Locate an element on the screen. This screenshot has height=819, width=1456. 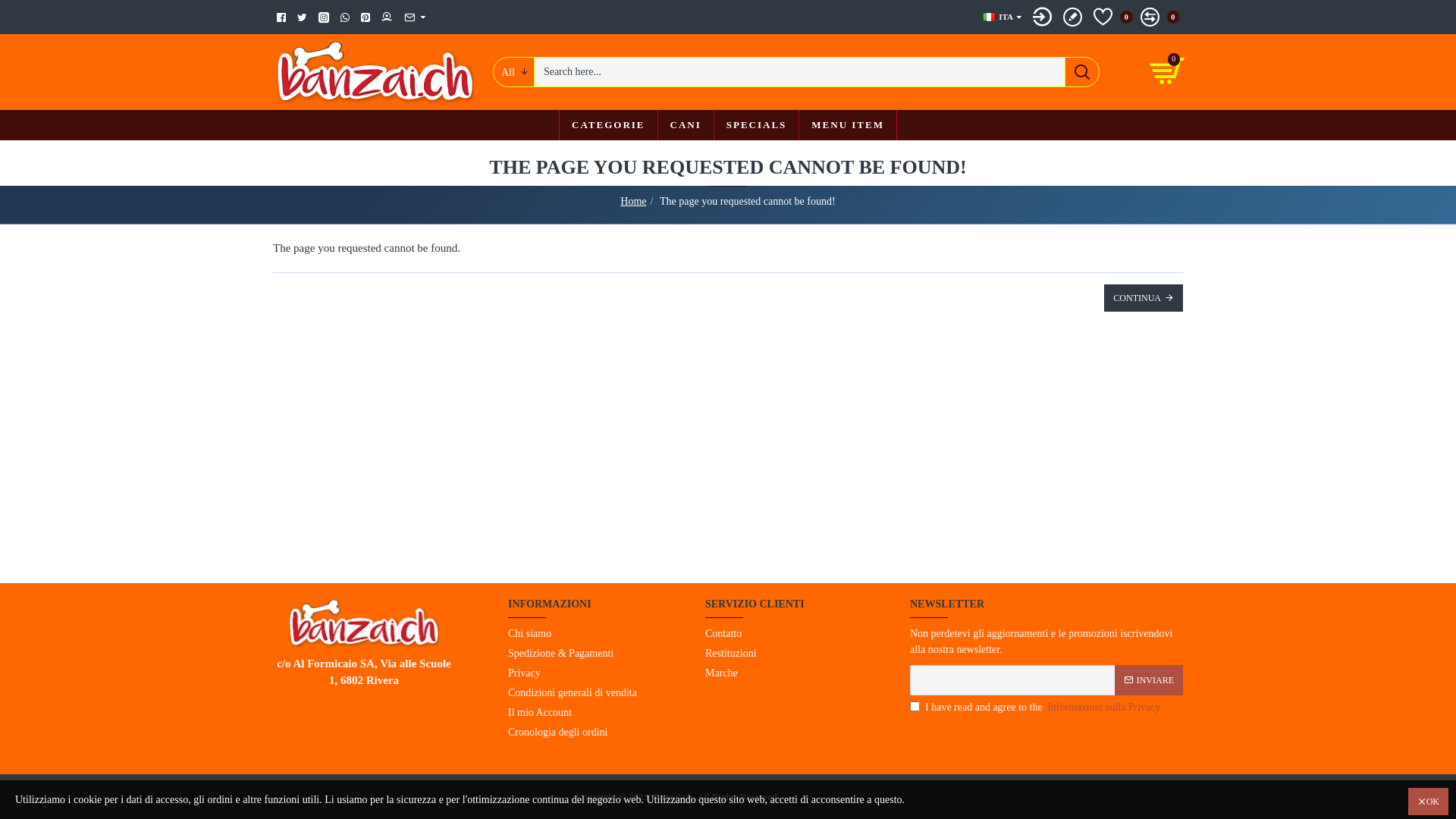
'Spedizione & Pagamenti' is located at coordinates (560, 654).